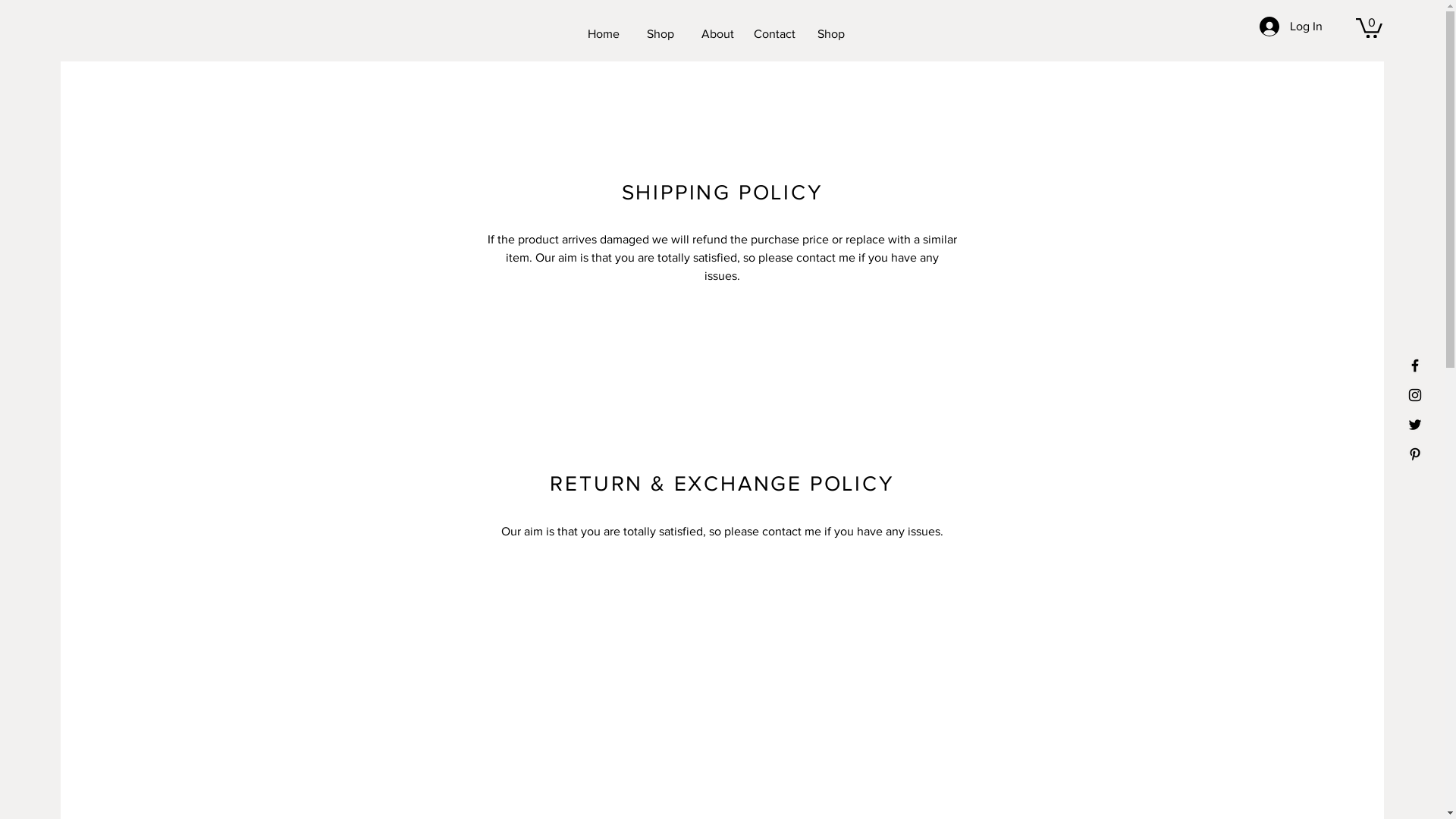  Describe the element at coordinates (1369, 27) in the screenshot. I see `'0'` at that location.